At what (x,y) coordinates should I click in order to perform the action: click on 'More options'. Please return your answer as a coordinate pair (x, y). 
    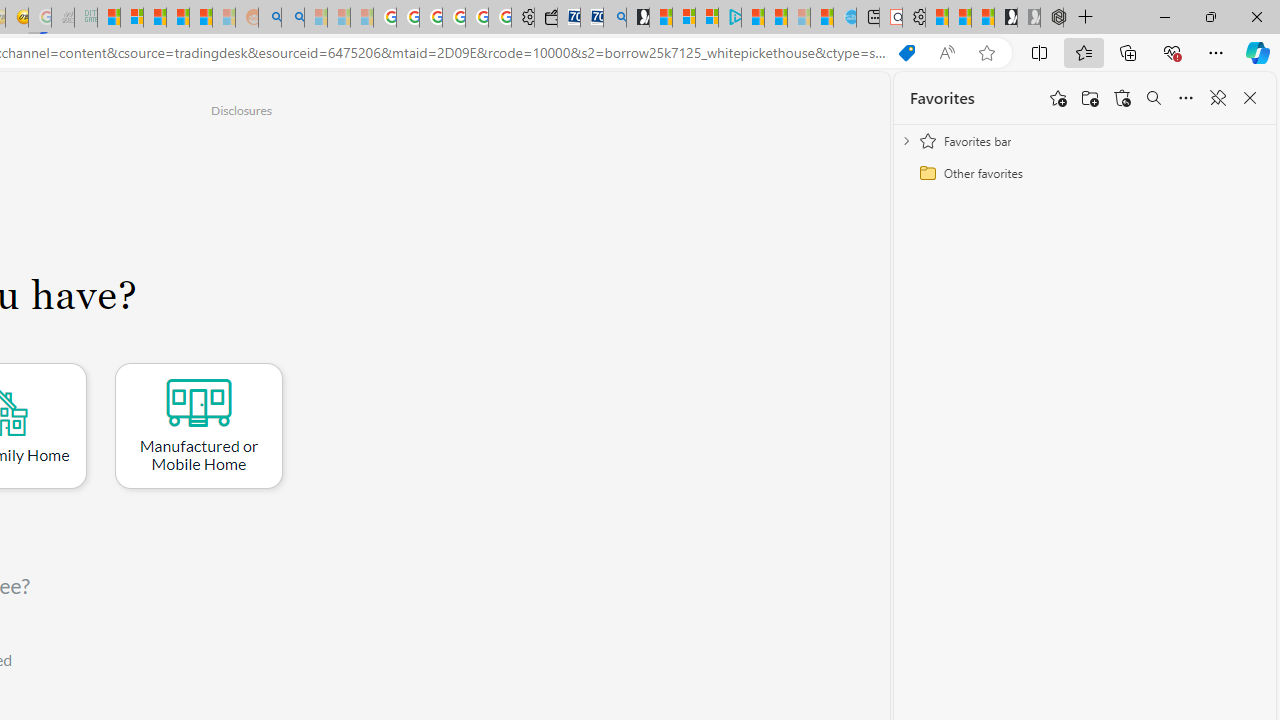
    Looking at the image, I should click on (1186, 98).